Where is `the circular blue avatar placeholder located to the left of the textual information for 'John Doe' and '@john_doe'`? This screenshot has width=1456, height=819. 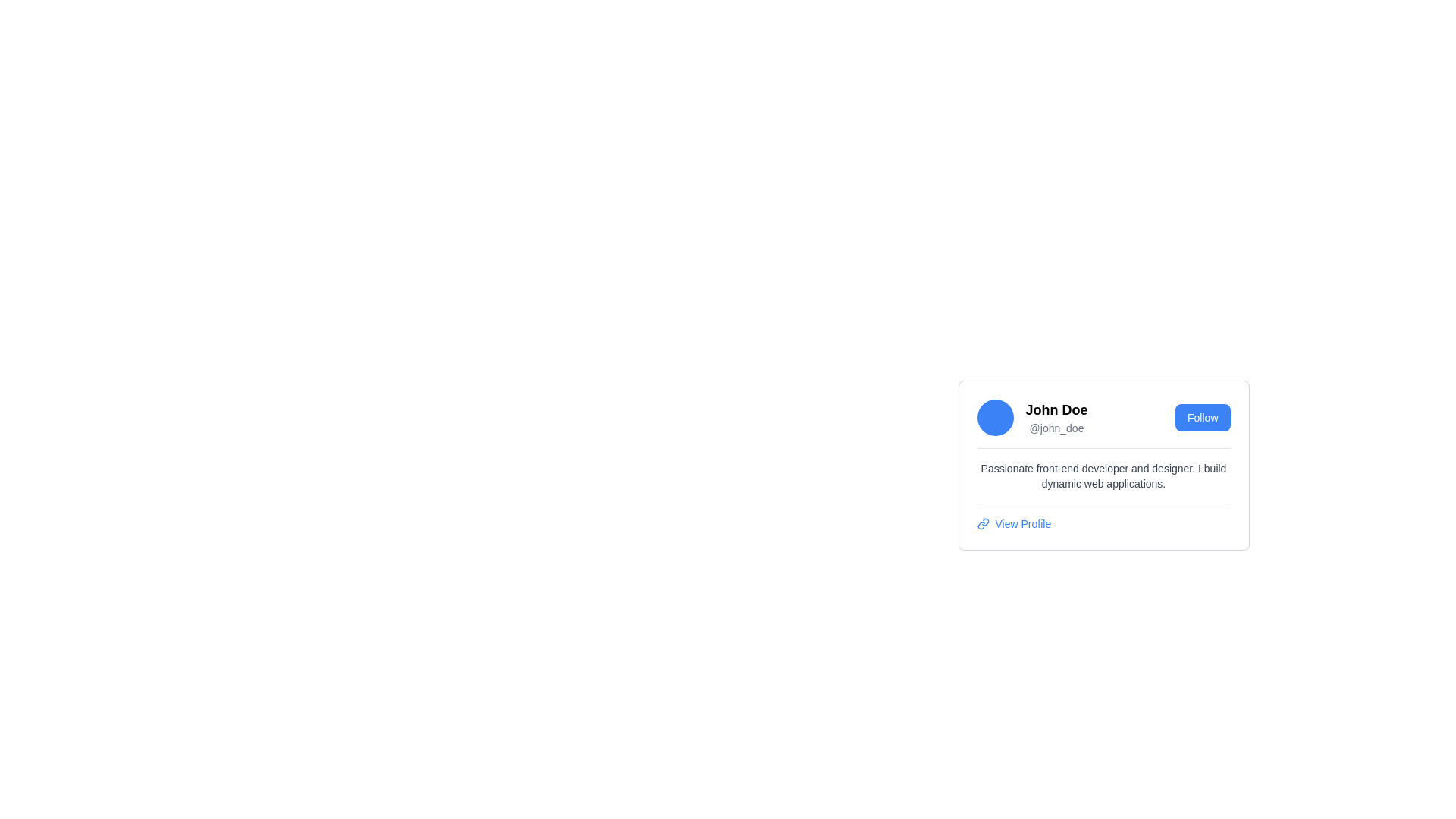 the circular blue avatar placeholder located to the left of the textual information for 'John Doe' and '@john_doe' is located at coordinates (995, 418).